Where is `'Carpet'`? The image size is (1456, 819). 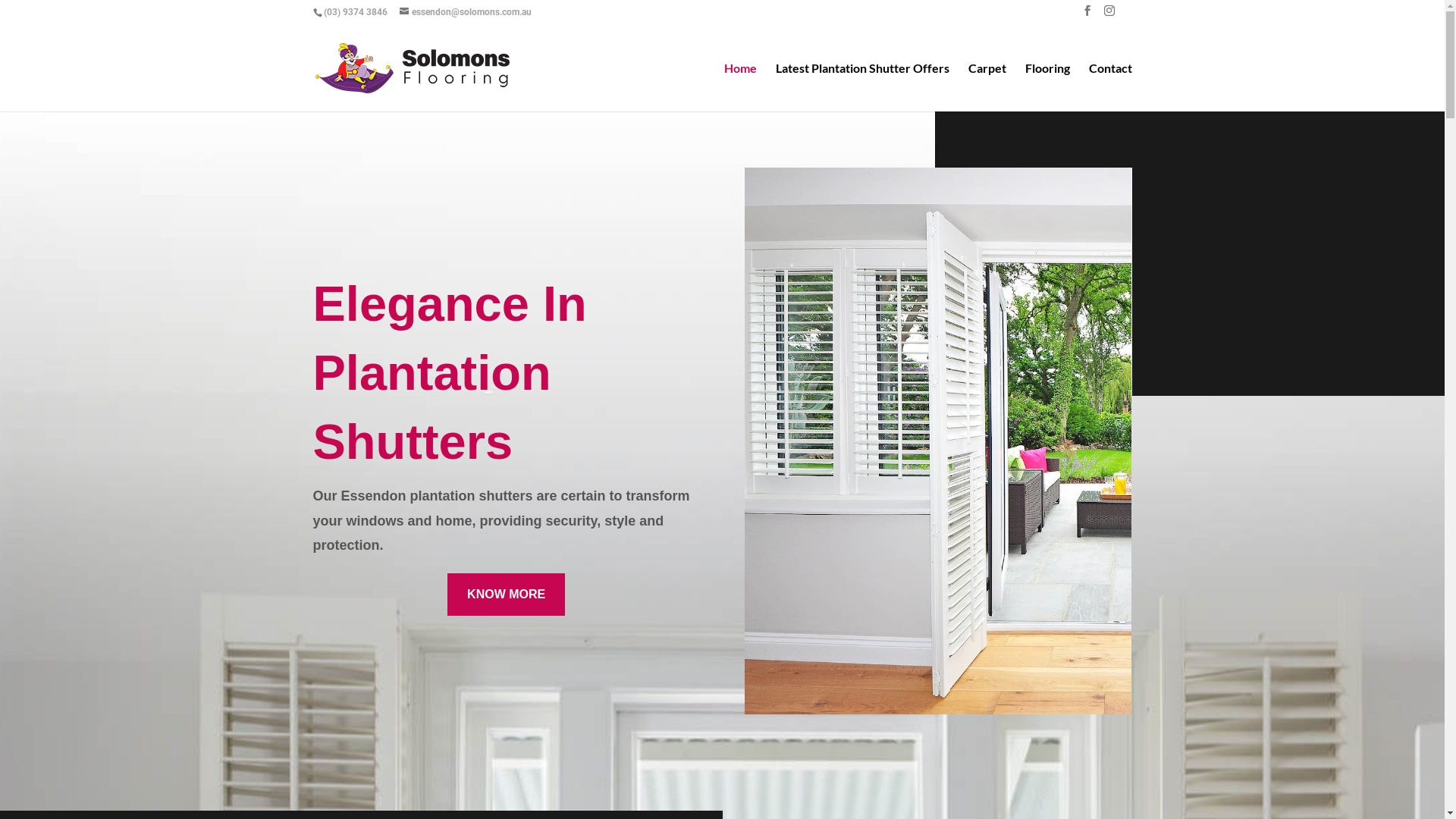 'Carpet' is located at coordinates (967, 86).